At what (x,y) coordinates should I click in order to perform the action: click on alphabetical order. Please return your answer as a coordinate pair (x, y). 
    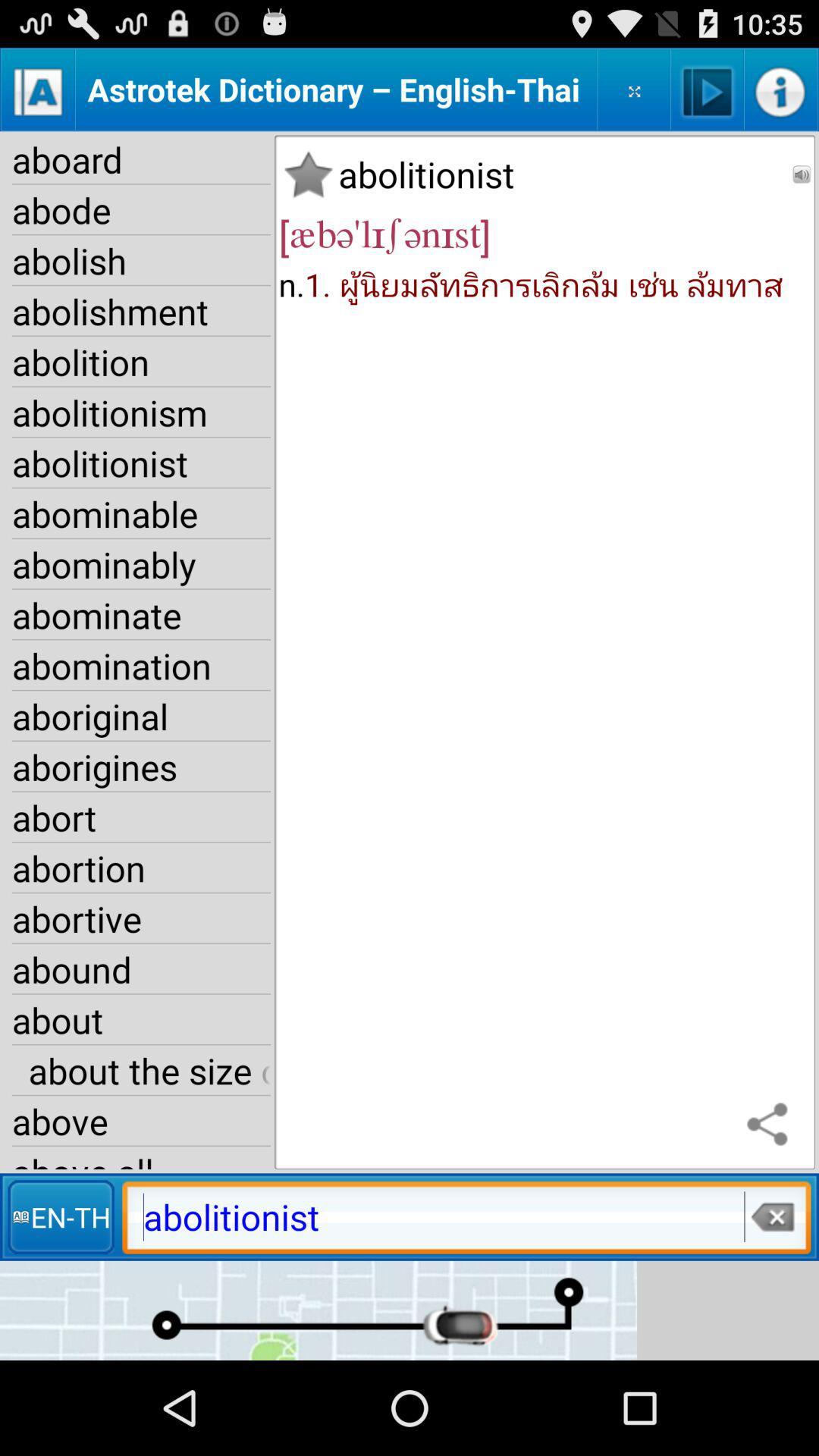
    Looking at the image, I should click on (37, 89).